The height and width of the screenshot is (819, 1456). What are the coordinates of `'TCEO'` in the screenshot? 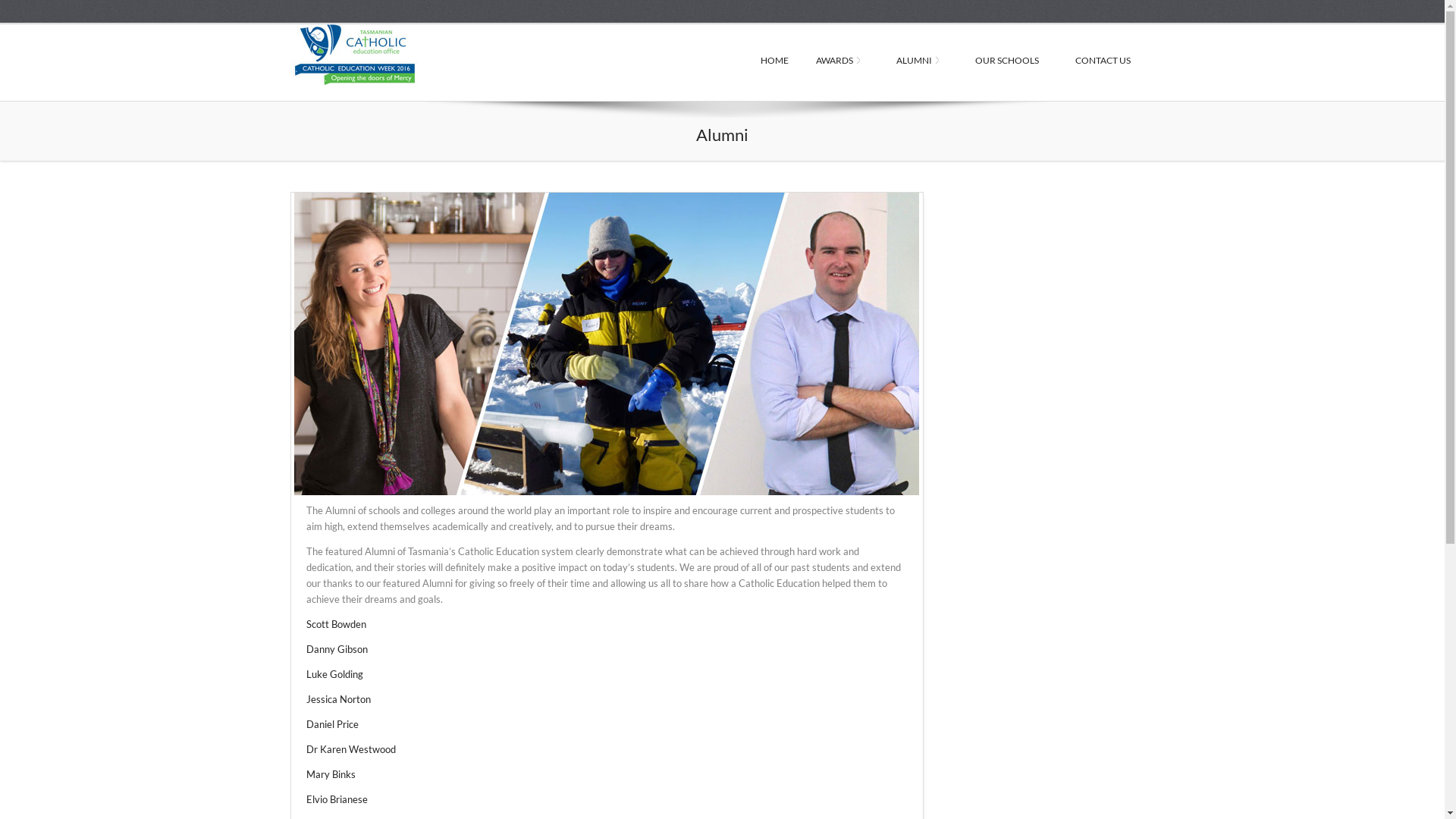 It's located at (396, 54).